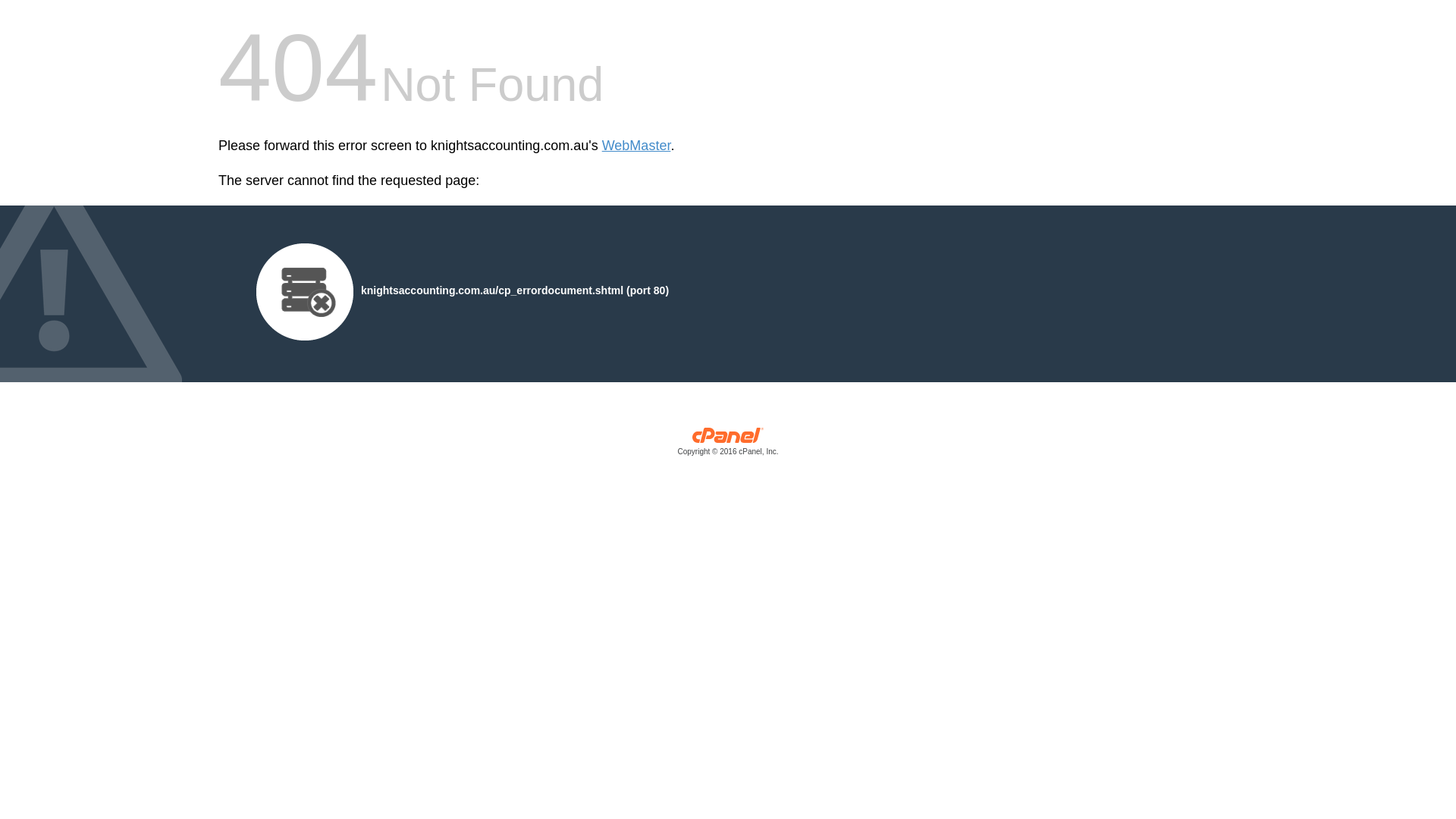 This screenshot has width=1456, height=819. Describe the element at coordinates (601, 146) in the screenshot. I see `'WebMaster'` at that location.